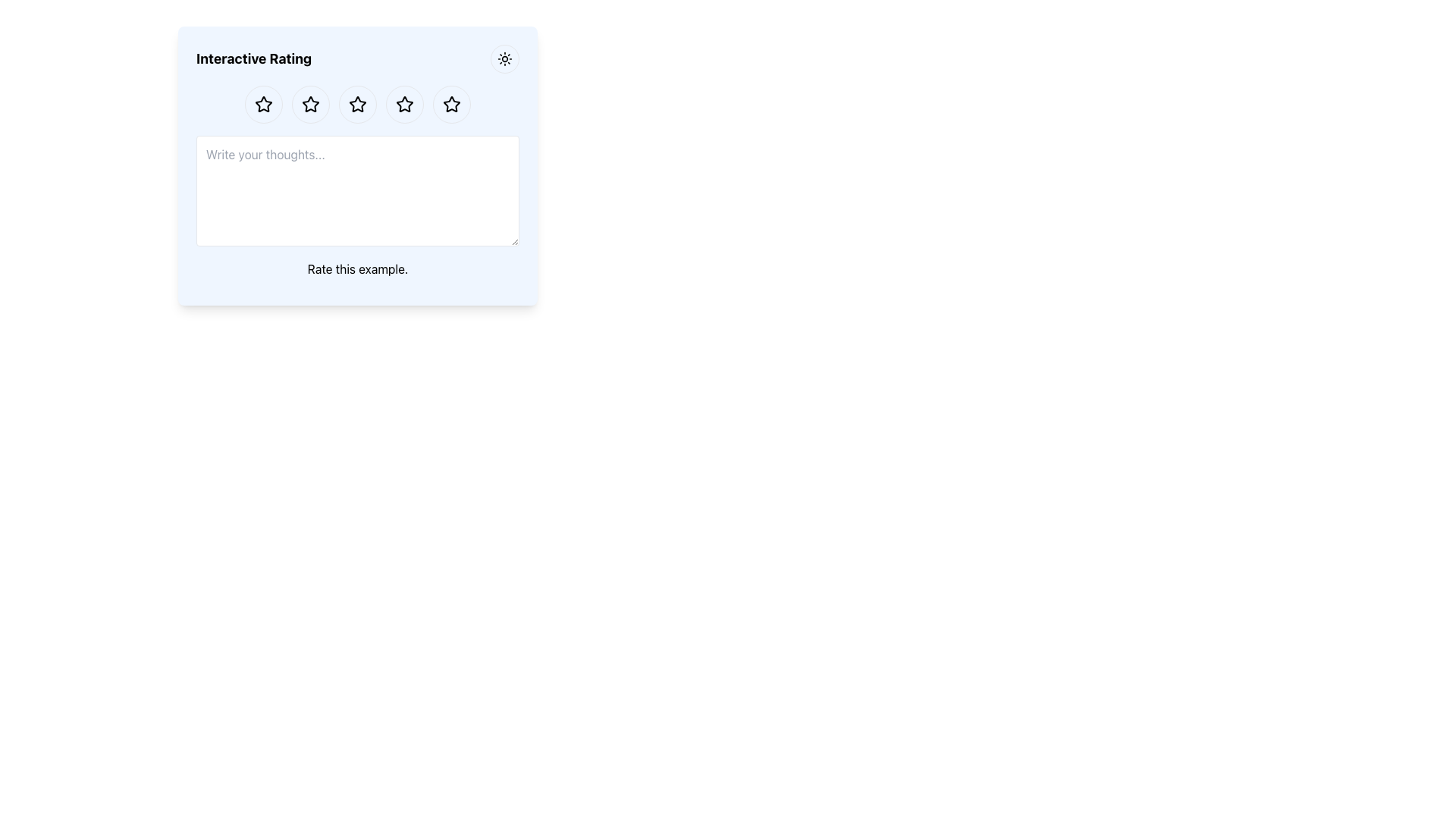  Describe the element at coordinates (254, 58) in the screenshot. I see `the bold-text header labeled 'Interactive Rating', which is prominently displayed in a large font at the top-left corner of its section` at that location.